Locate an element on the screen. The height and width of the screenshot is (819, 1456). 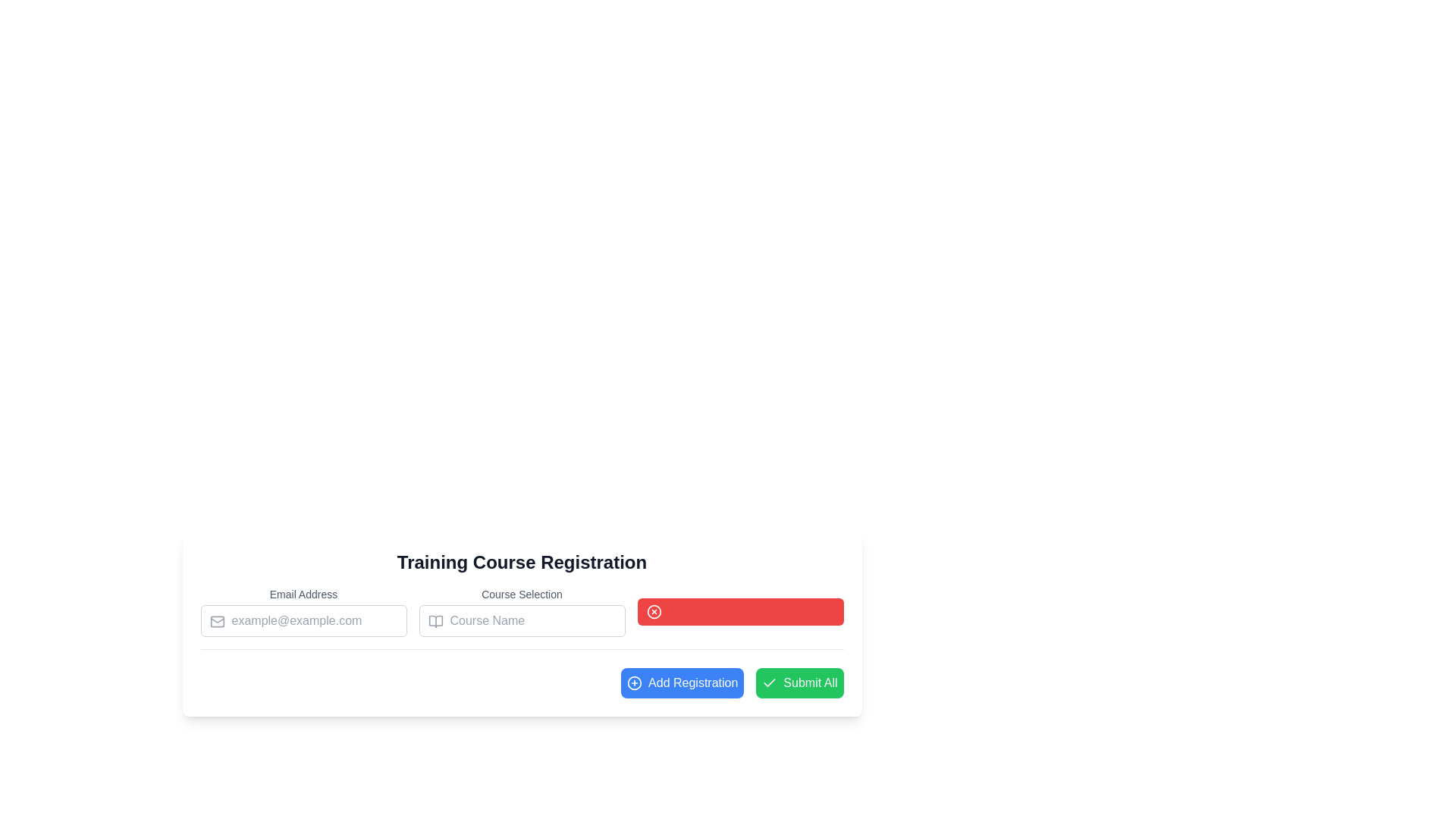
the blue button labeled 'Add Registration' which contains the icon on its left side is located at coordinates (635, 683).